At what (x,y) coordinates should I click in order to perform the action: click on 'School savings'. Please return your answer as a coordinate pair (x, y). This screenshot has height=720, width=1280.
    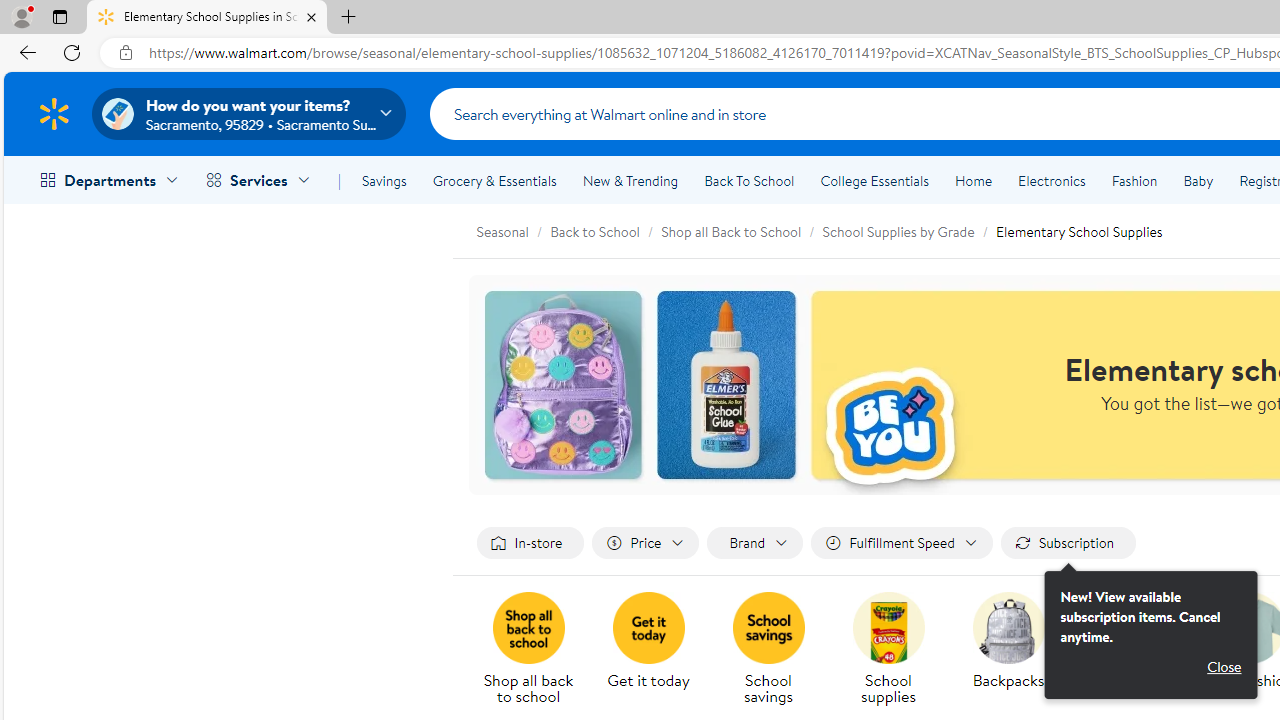
    Looking at the image, I should click on (775, 650).